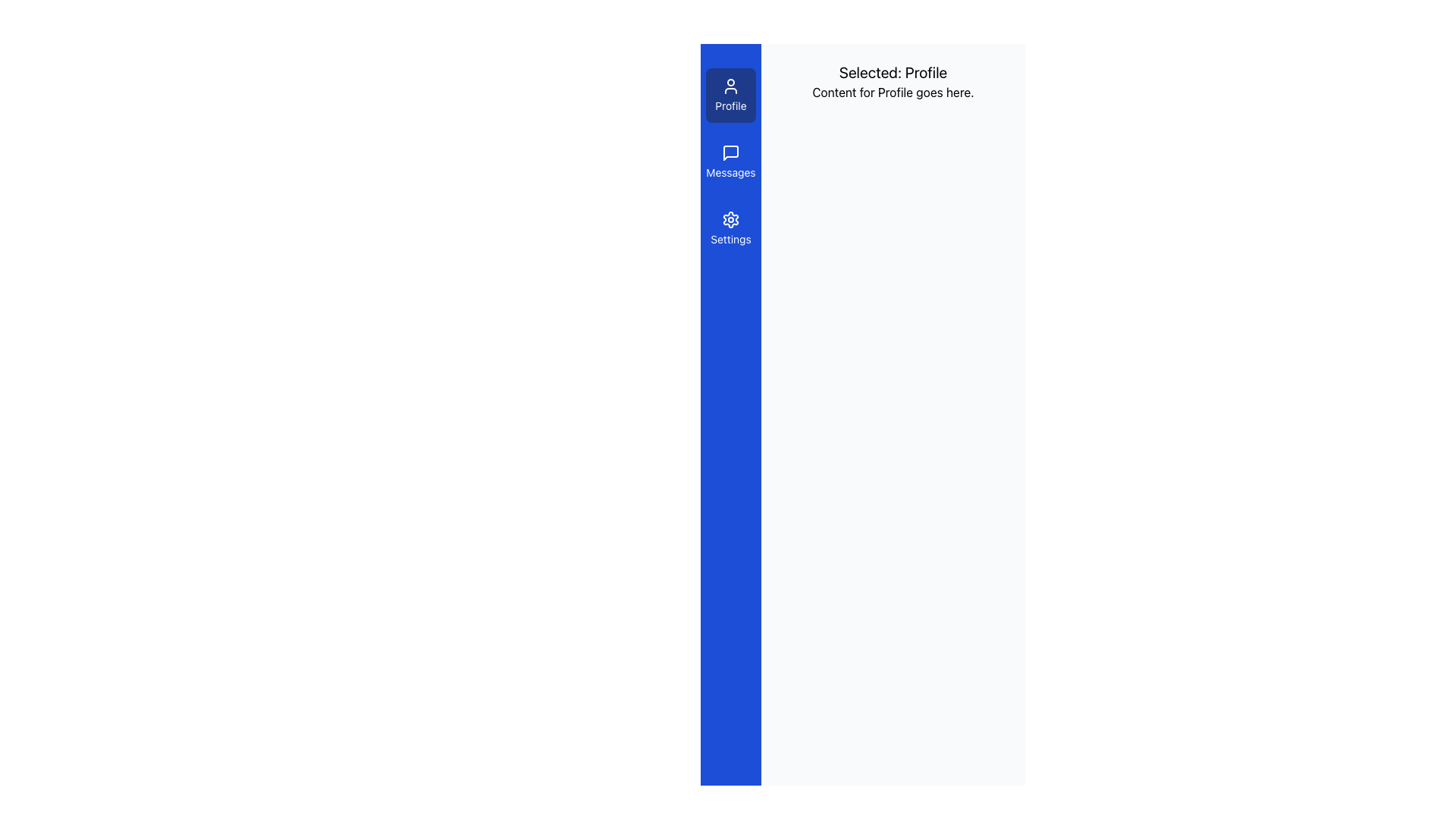  I want to click on the user profile icon, which is a circular head and shoulders silhouette with white strokes on a blue background, located in the vertical navigation bar above 'Messages', so click(731, 86).